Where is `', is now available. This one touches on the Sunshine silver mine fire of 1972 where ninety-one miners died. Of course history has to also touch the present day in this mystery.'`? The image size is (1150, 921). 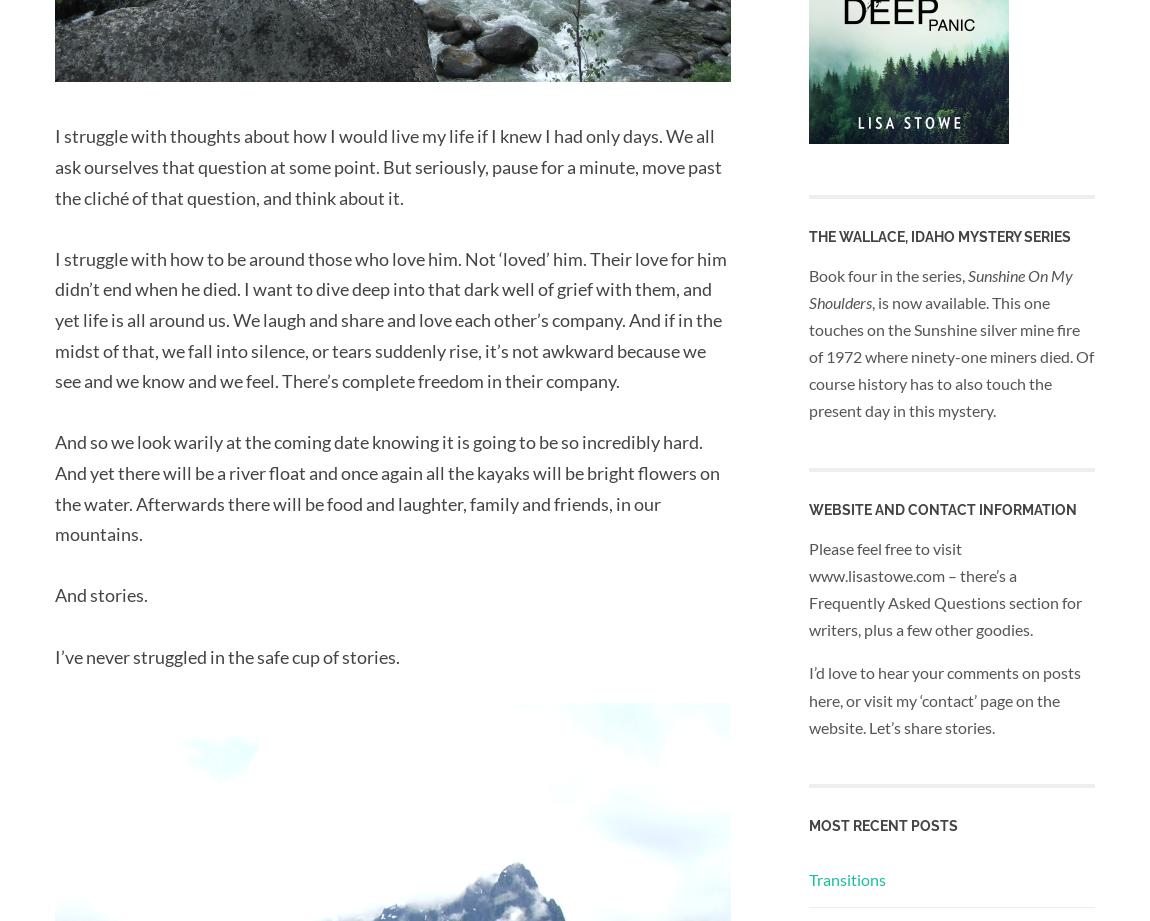
', is now available. This one touches on the Sunshine silver mine fire of 1972 where ninety-one miners died. Of course history has to also touch the present day in this mystery.' is located at coordinates (951, 355).